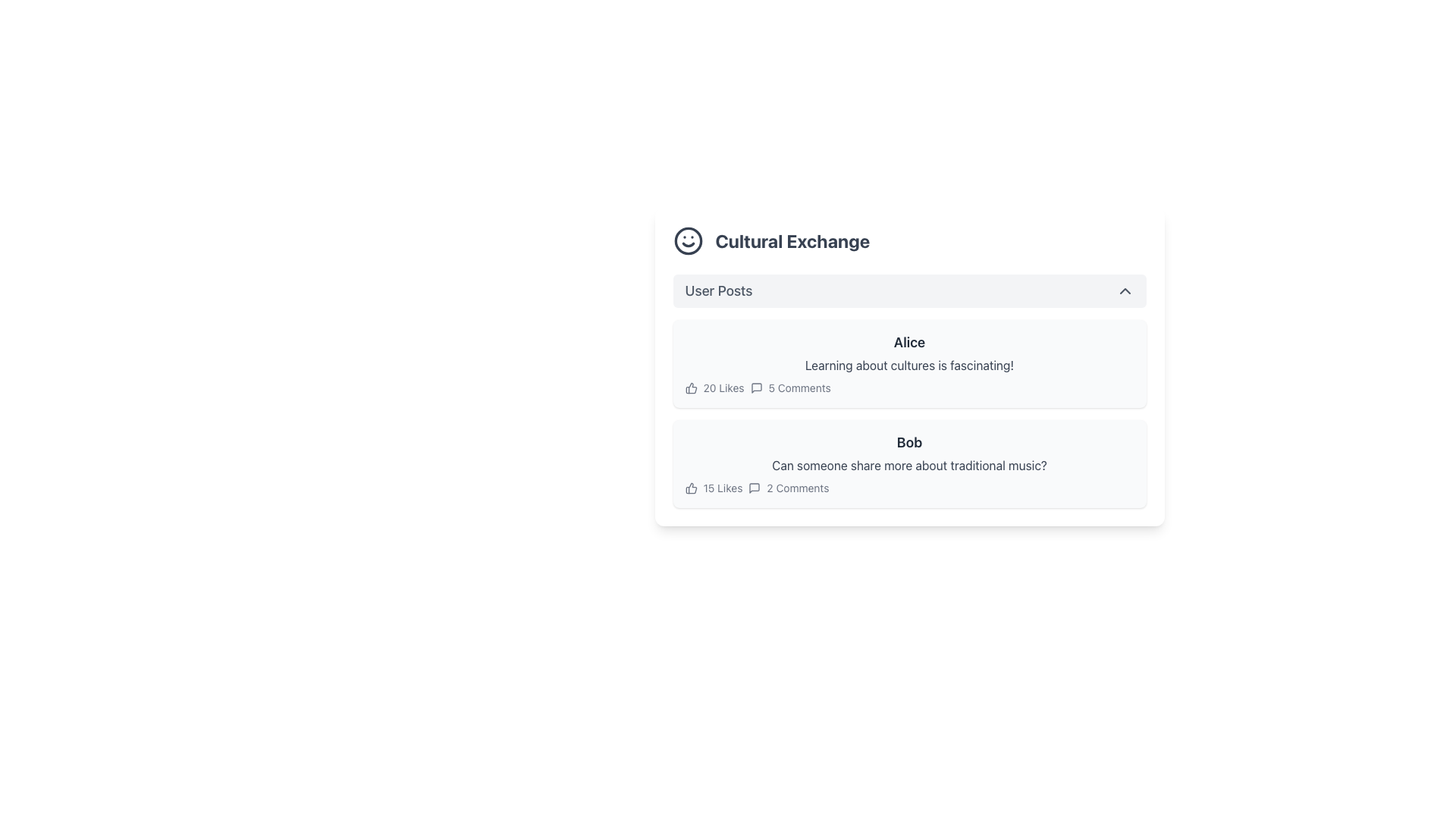 The height and width of the screenshot is (819, 1456). Describe the element at coordinates (909, 342) in the screenshot. I see `displayed name 'Alice' from the text label located at the top of the first post in the list` at that location.